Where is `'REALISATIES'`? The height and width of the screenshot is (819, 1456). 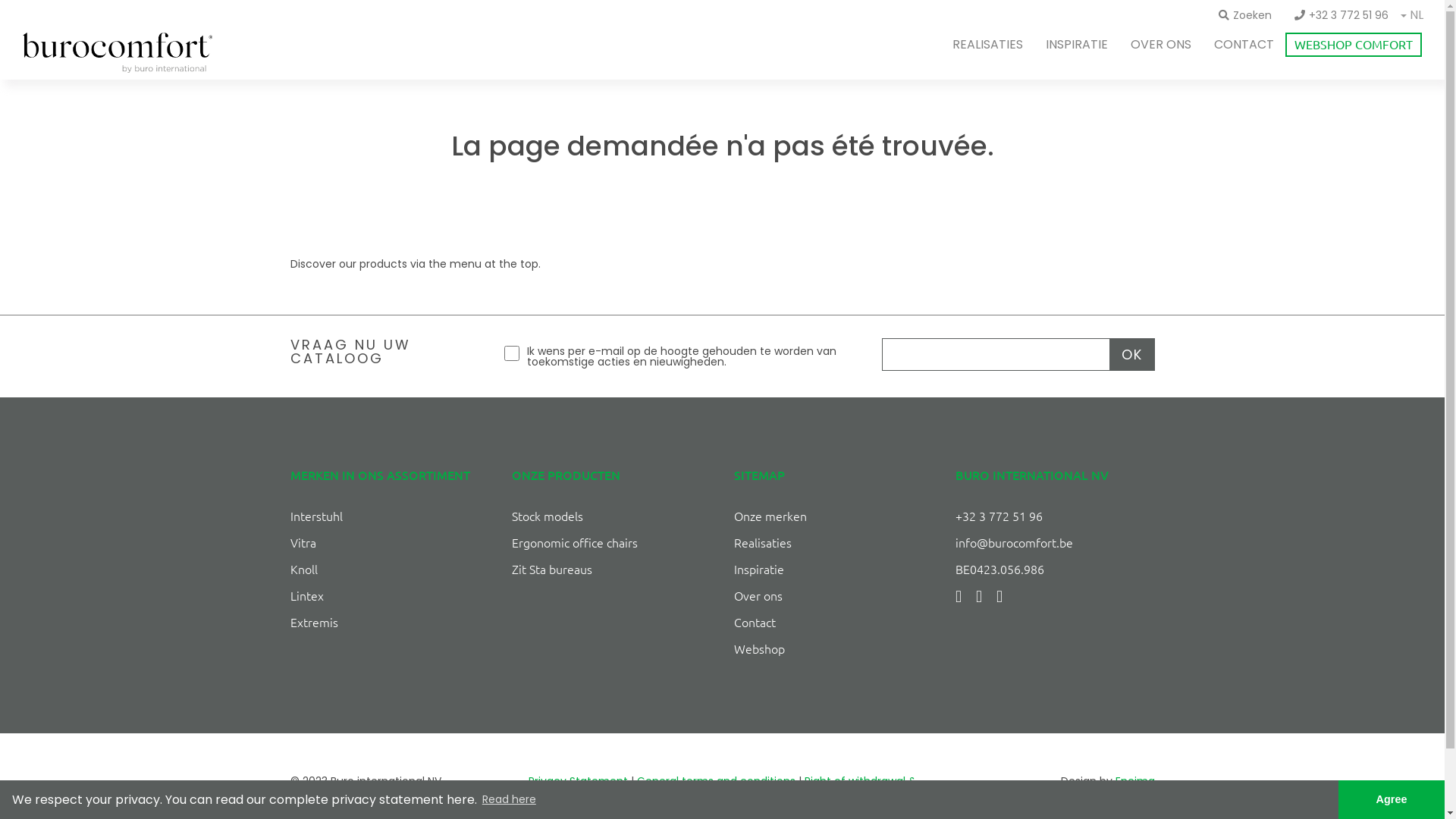
'REALISATIES' is located at coordinates (987, 43).